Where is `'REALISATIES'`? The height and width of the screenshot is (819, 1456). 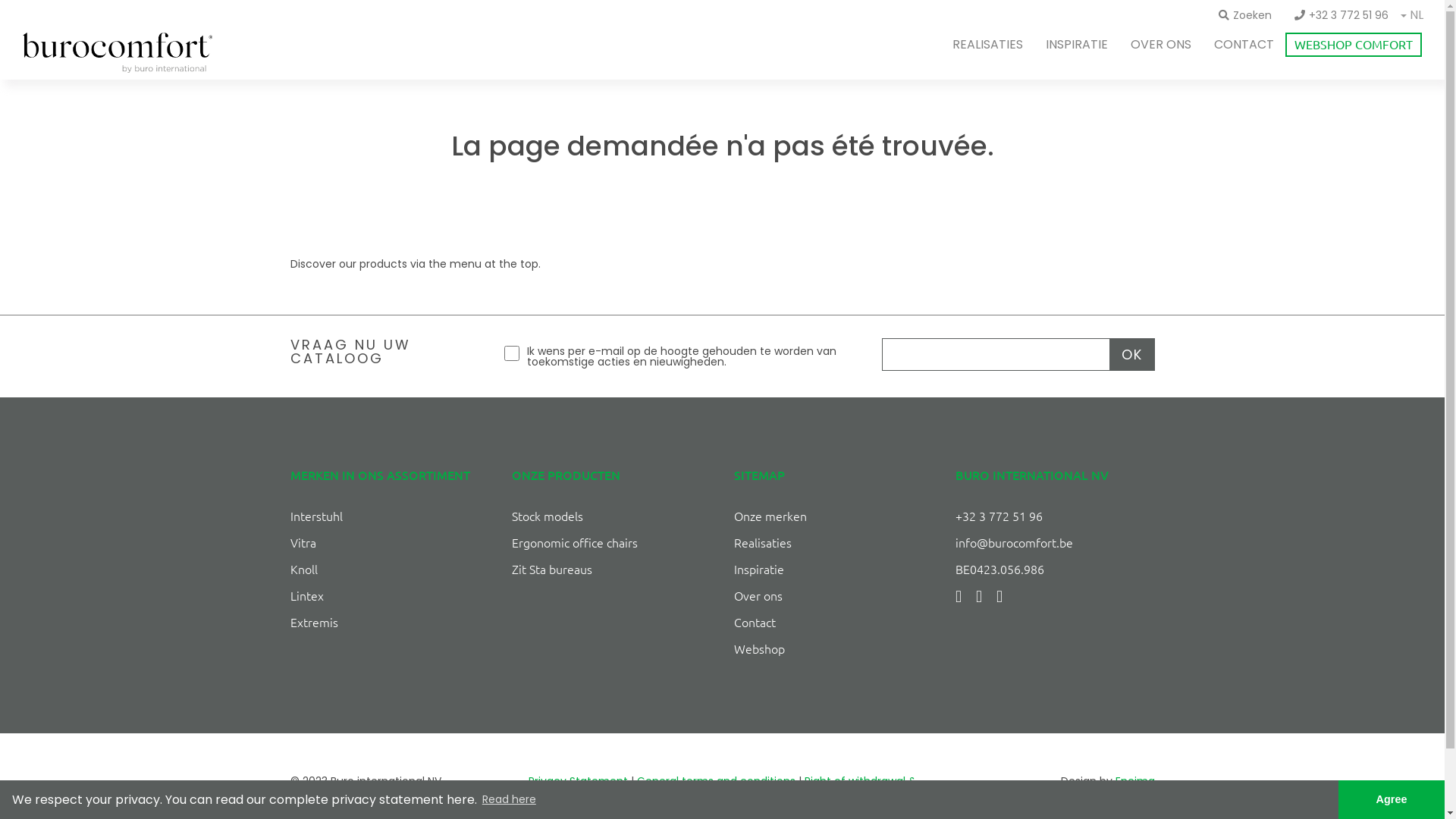
'REALISATIES' is located at coordinates (987, 43).